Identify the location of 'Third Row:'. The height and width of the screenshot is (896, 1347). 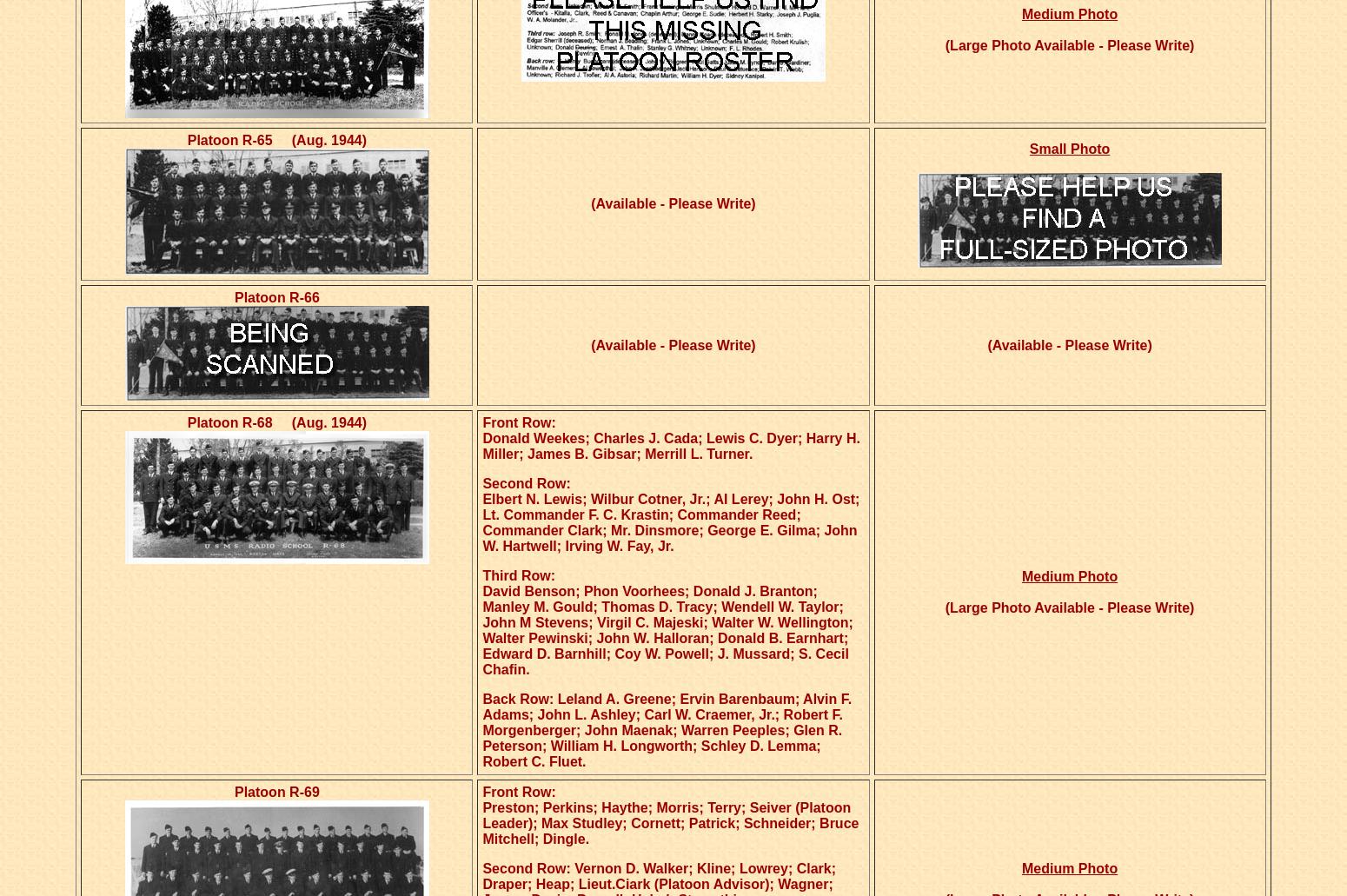
(518, 575).